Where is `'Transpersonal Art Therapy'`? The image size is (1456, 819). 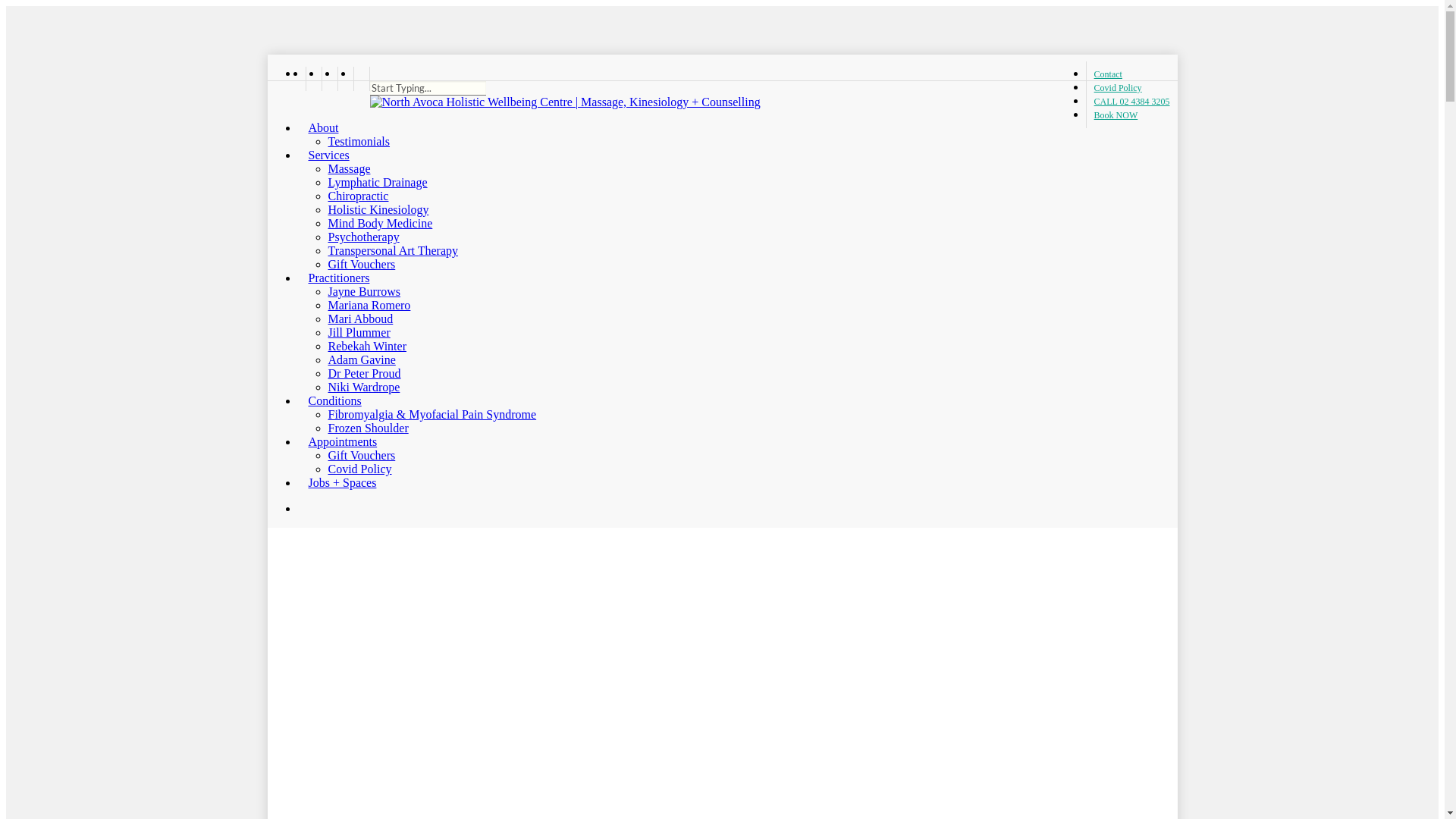
'Transpersonal Art Therapy' is located at coordinates (393, 249).